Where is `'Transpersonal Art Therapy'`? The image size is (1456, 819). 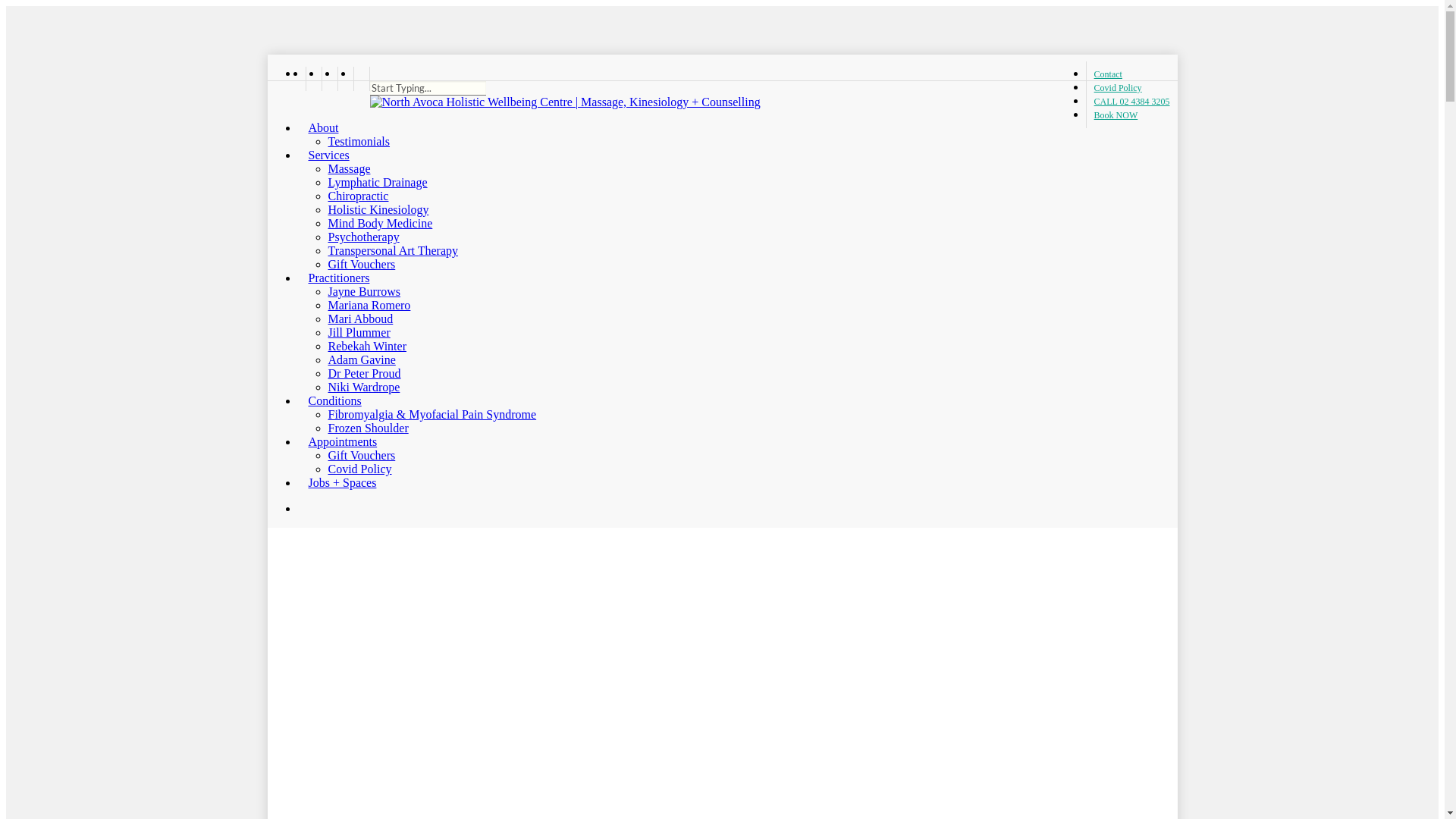
'Transpersonal Art Therapy' is located at coordinates (393, 249).